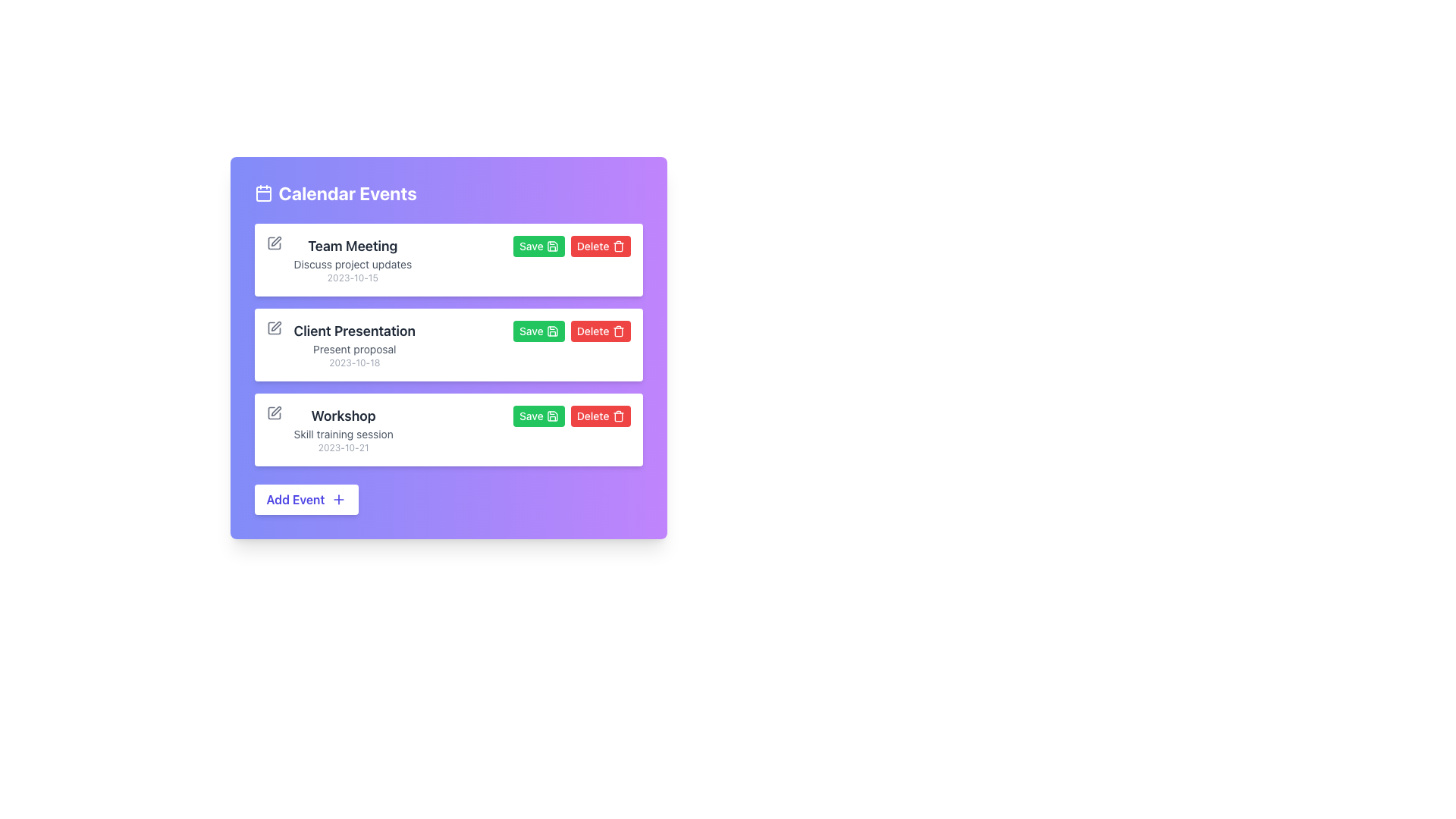  What do you see at coordinates (600, 330) in the screenshot?
I see `the red 'Delete' button with a trash can icon located next to the 'Save' button in the right section of the button group` at bounding box center [600, 330].